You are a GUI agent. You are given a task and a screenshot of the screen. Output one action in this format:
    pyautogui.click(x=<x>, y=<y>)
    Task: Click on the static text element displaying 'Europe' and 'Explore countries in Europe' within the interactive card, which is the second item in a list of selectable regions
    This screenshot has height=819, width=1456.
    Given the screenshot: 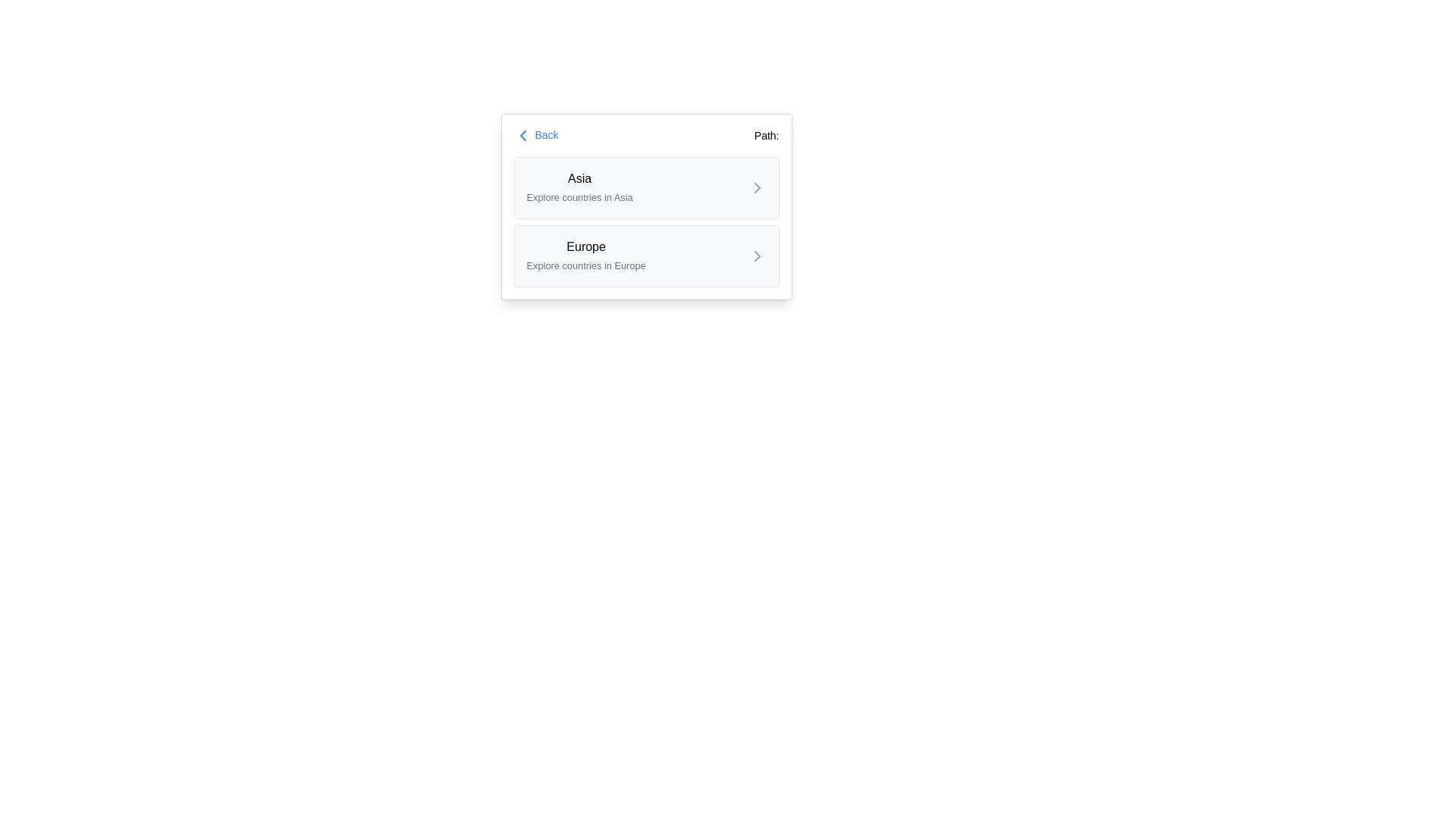 What is the action you would take?
    pyautogui.click(x=585, y=256)
    